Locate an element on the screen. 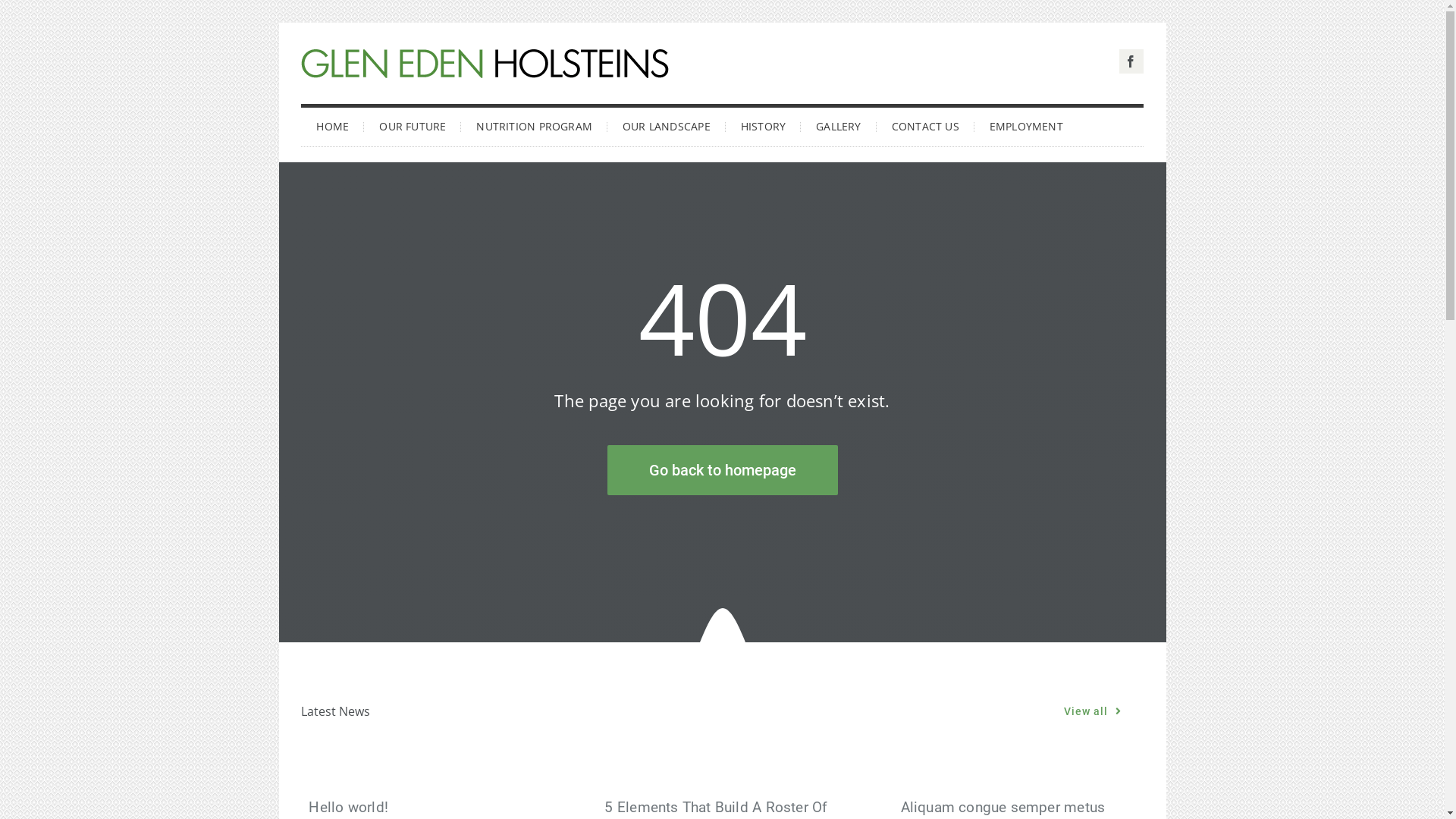 The height and width of the screenshot is (819, 1456). 'Go back to homepage' is located at coordinates (720, 469).